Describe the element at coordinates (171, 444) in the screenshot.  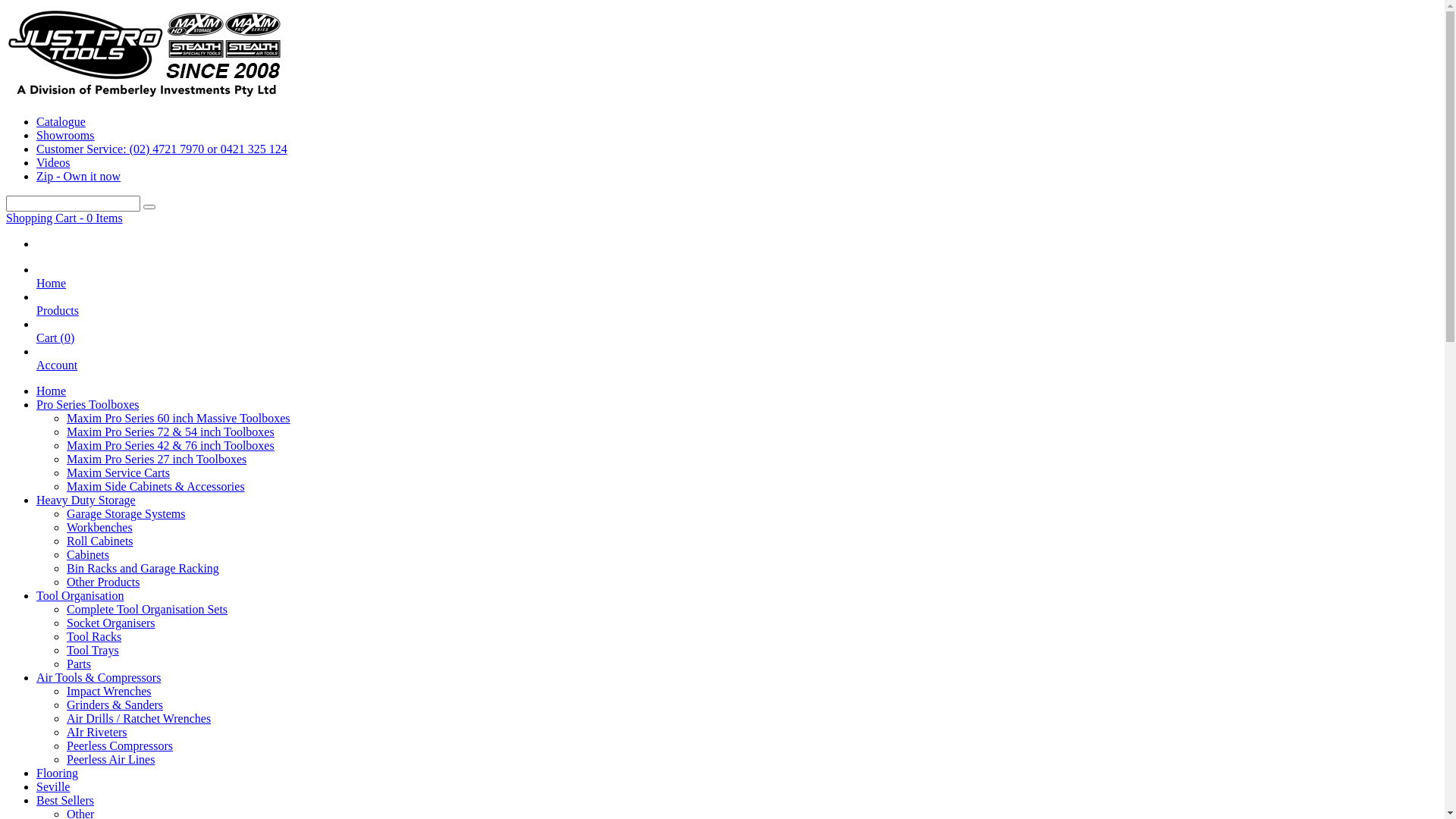
I see `'Maxim Pro Series 42 & 76 inch Toolboxes'` at that location.